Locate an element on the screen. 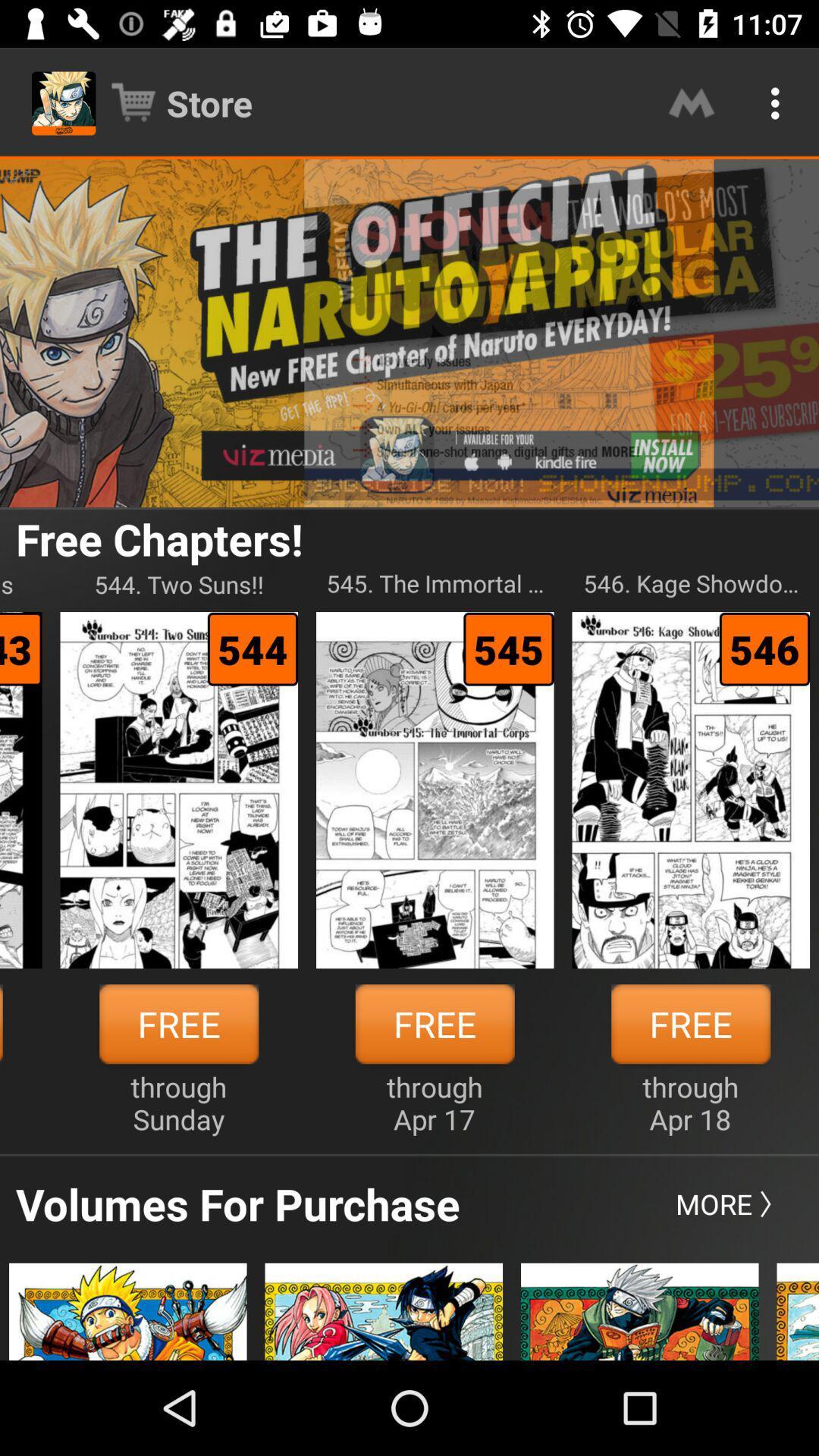 The height and width of the screenshot is (1456, 819). item above free chapters! item is located at coordinates (409, 332).